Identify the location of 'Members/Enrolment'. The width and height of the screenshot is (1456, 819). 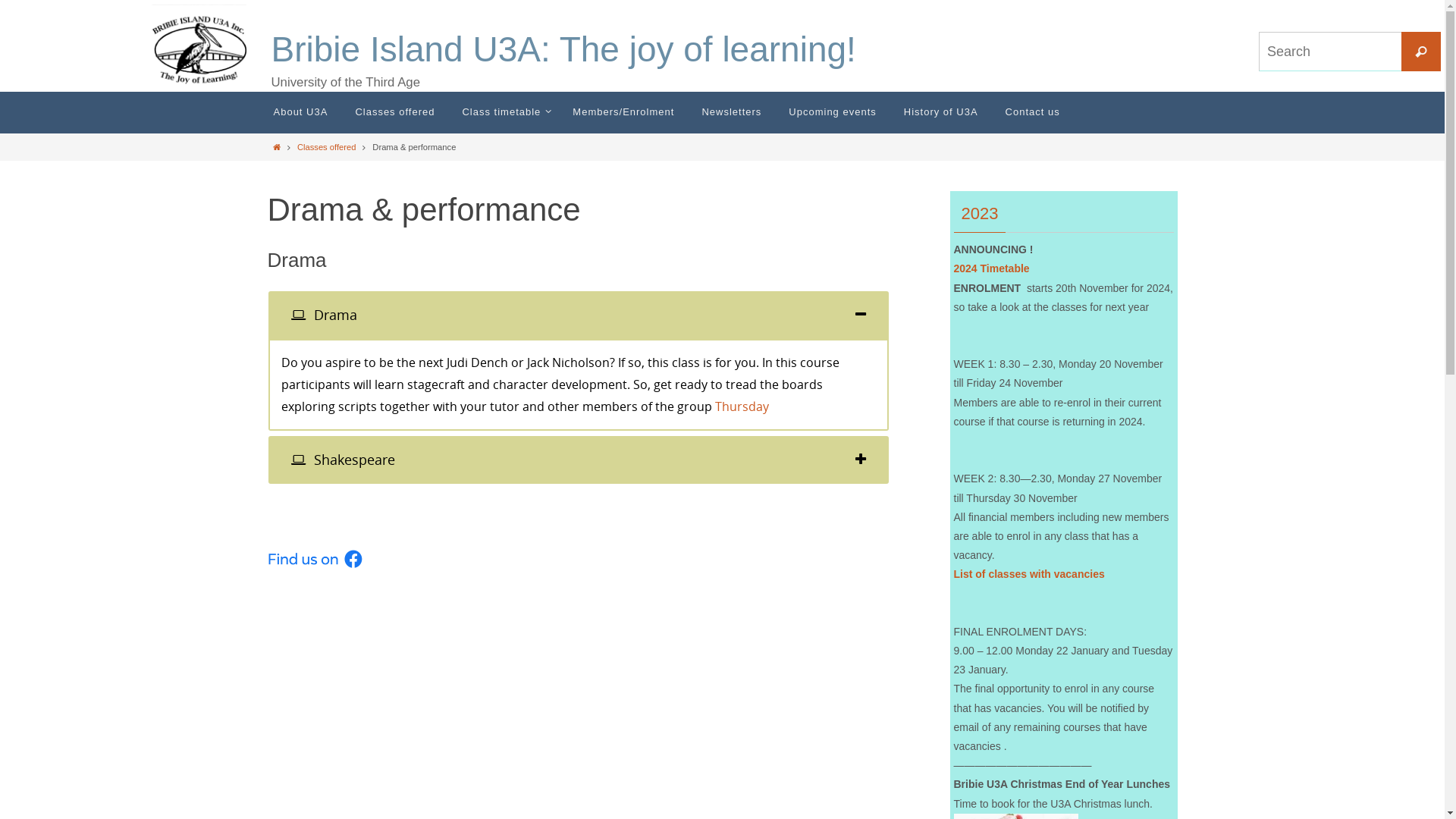
(623, 111).